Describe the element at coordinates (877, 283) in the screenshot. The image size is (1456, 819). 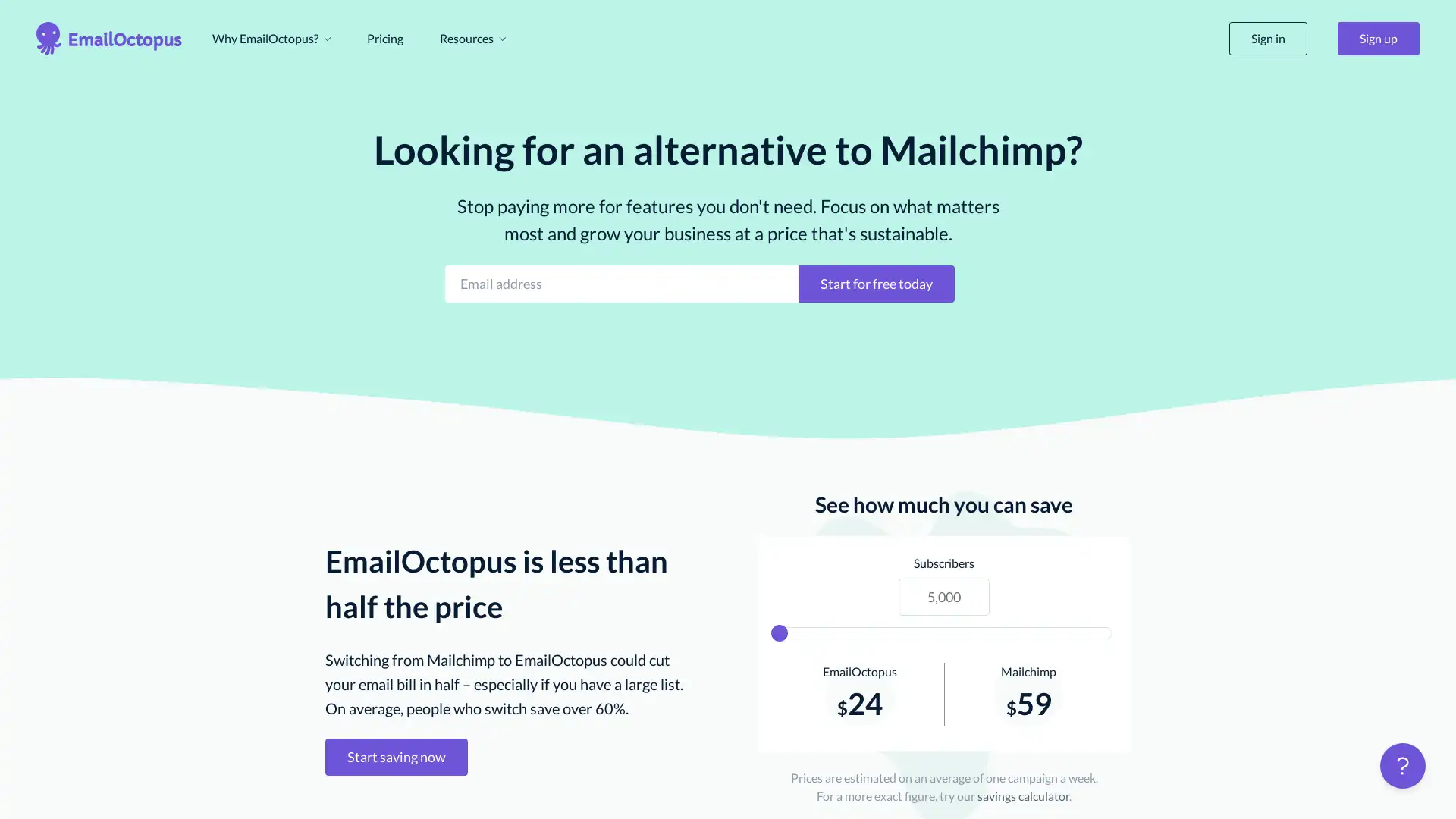
I see `Start for free today` at that location.